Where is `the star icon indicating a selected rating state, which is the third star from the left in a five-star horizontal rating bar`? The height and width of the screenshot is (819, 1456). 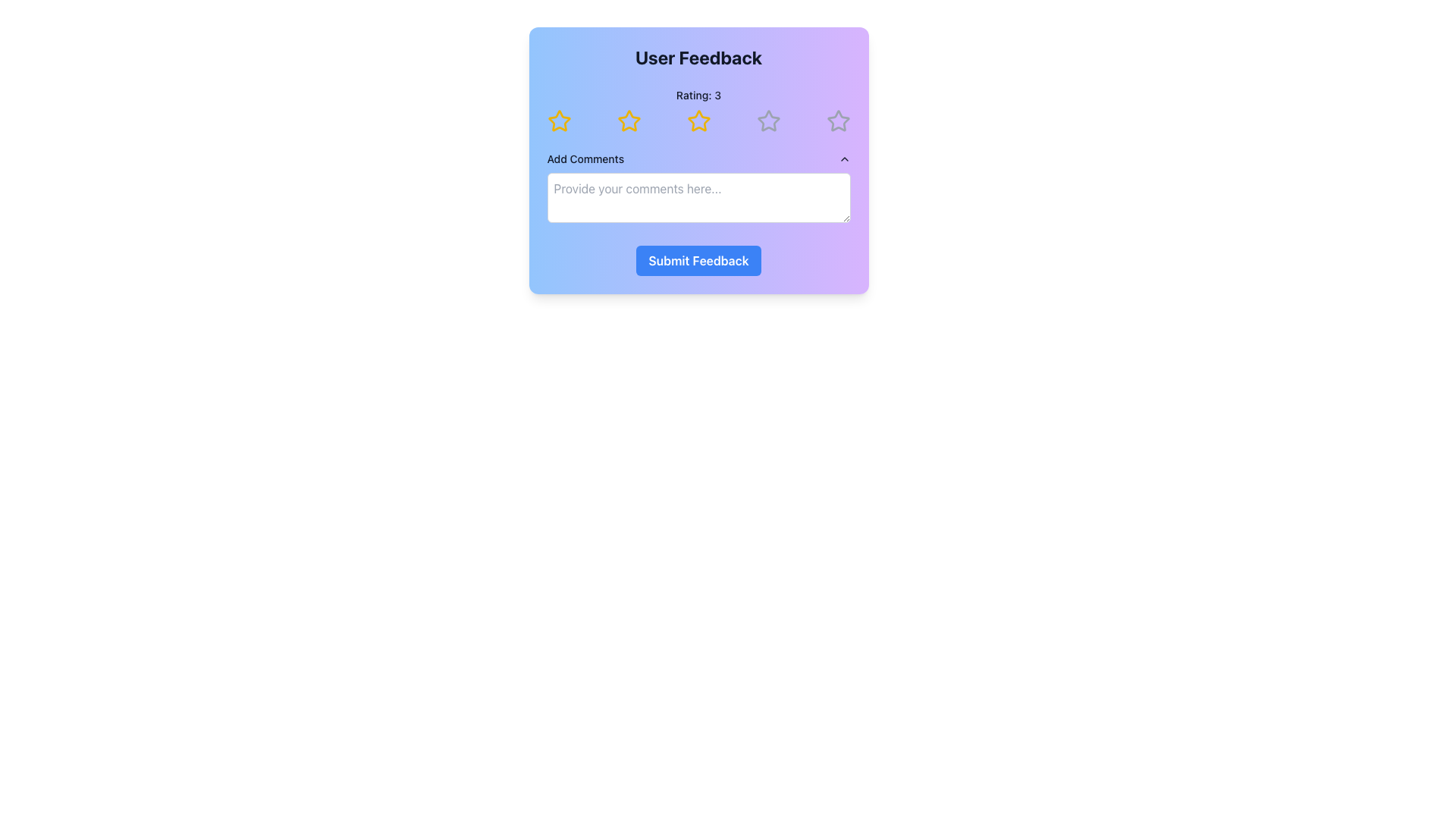
the star icon indicating a selected rating state, which is the third star from the left in a five-star horizontal rating bar is located at coordinates (629, 120).